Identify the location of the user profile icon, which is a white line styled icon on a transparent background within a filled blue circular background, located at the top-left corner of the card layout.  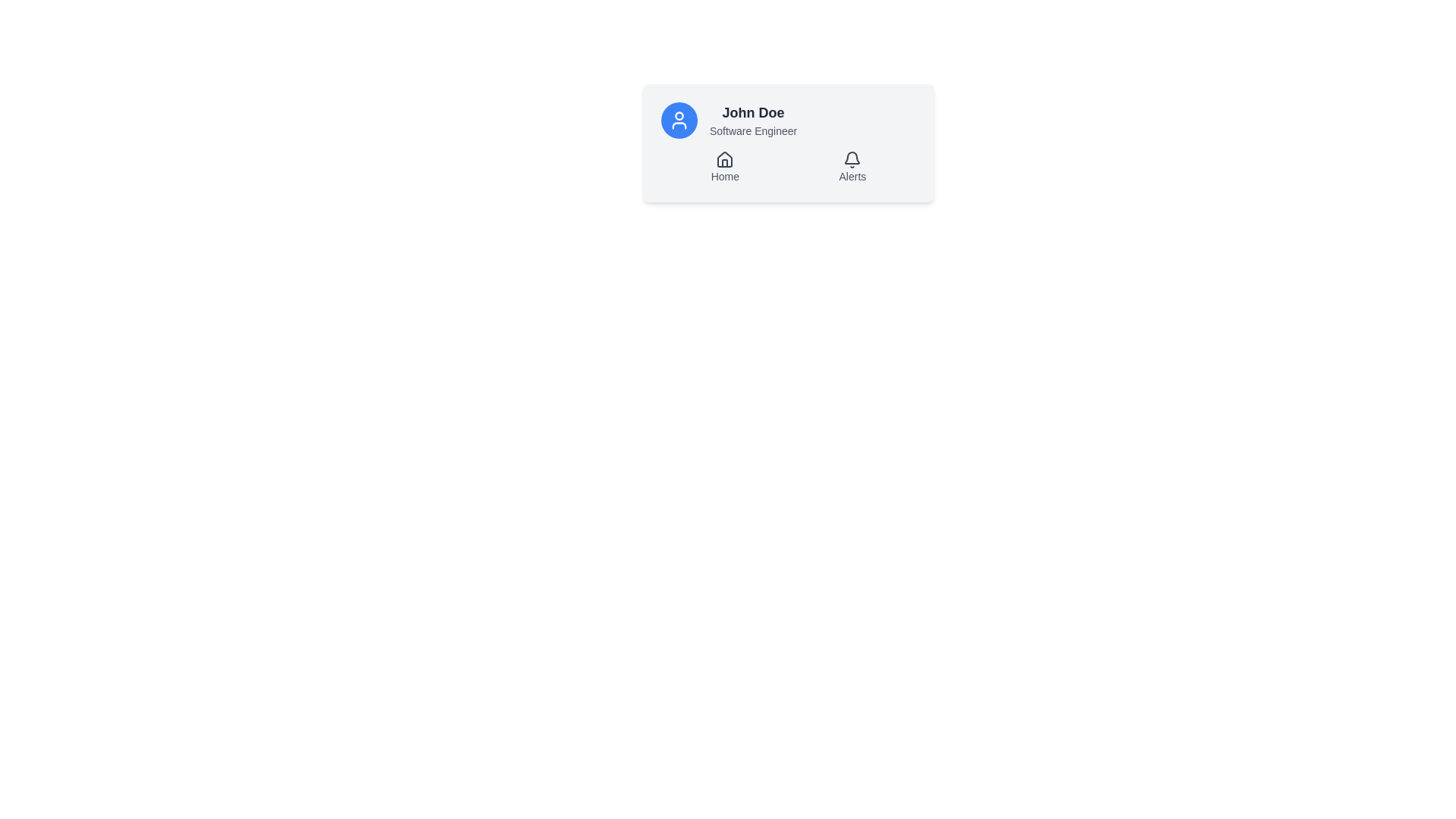
(679, 119).